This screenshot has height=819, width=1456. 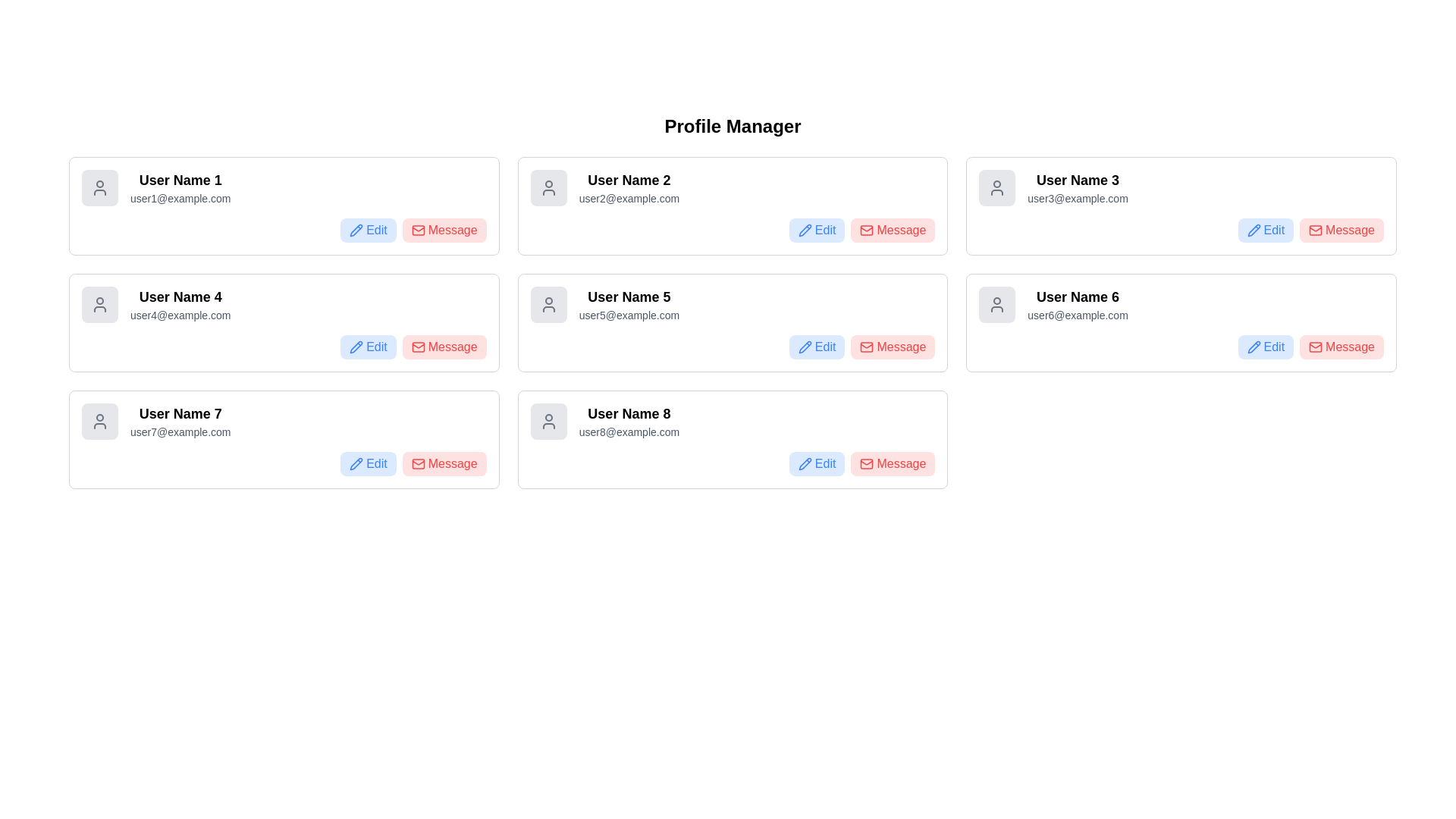 What do you see at coordinates (376, 231) in the screenshot?
I see `the 'Edit' text label within the button that indicates editing the profile details for 'User Name 1'` at bounding box center [376, 231].